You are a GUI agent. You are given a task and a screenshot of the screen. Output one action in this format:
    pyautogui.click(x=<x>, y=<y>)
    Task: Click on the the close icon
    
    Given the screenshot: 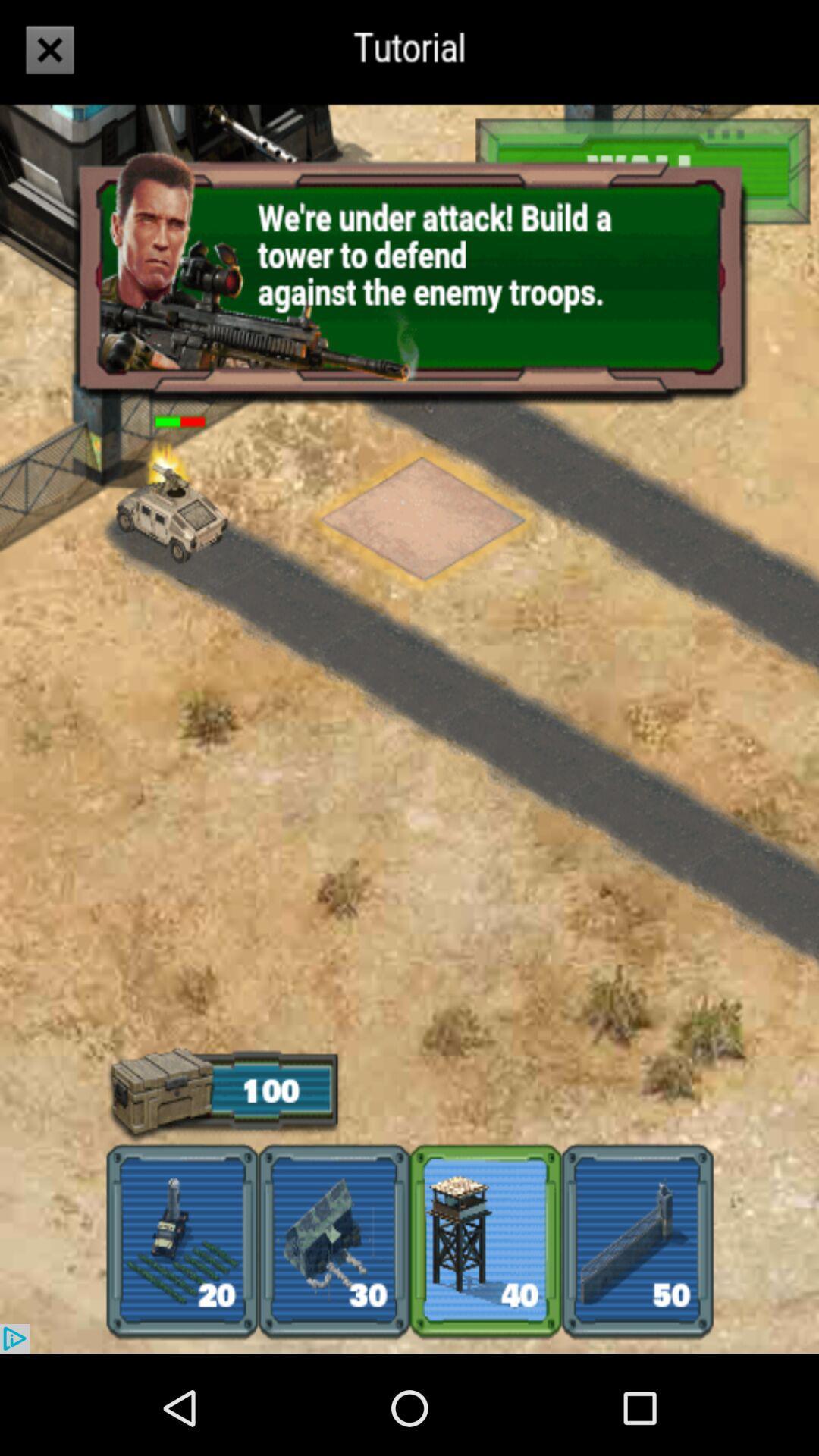 What is the action you would take?
    pyautogui.click(x=58, y=63)
    